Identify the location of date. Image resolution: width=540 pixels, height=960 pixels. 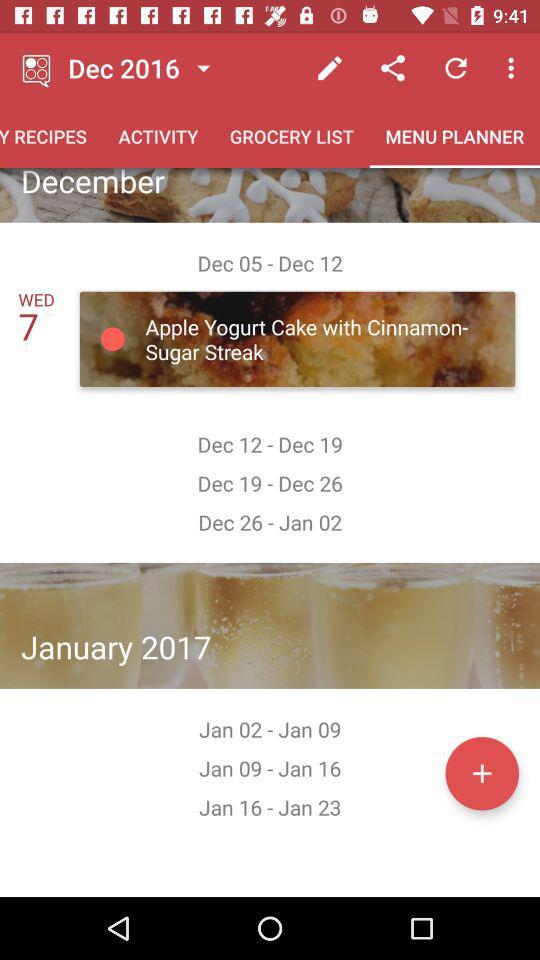
(481, 772).